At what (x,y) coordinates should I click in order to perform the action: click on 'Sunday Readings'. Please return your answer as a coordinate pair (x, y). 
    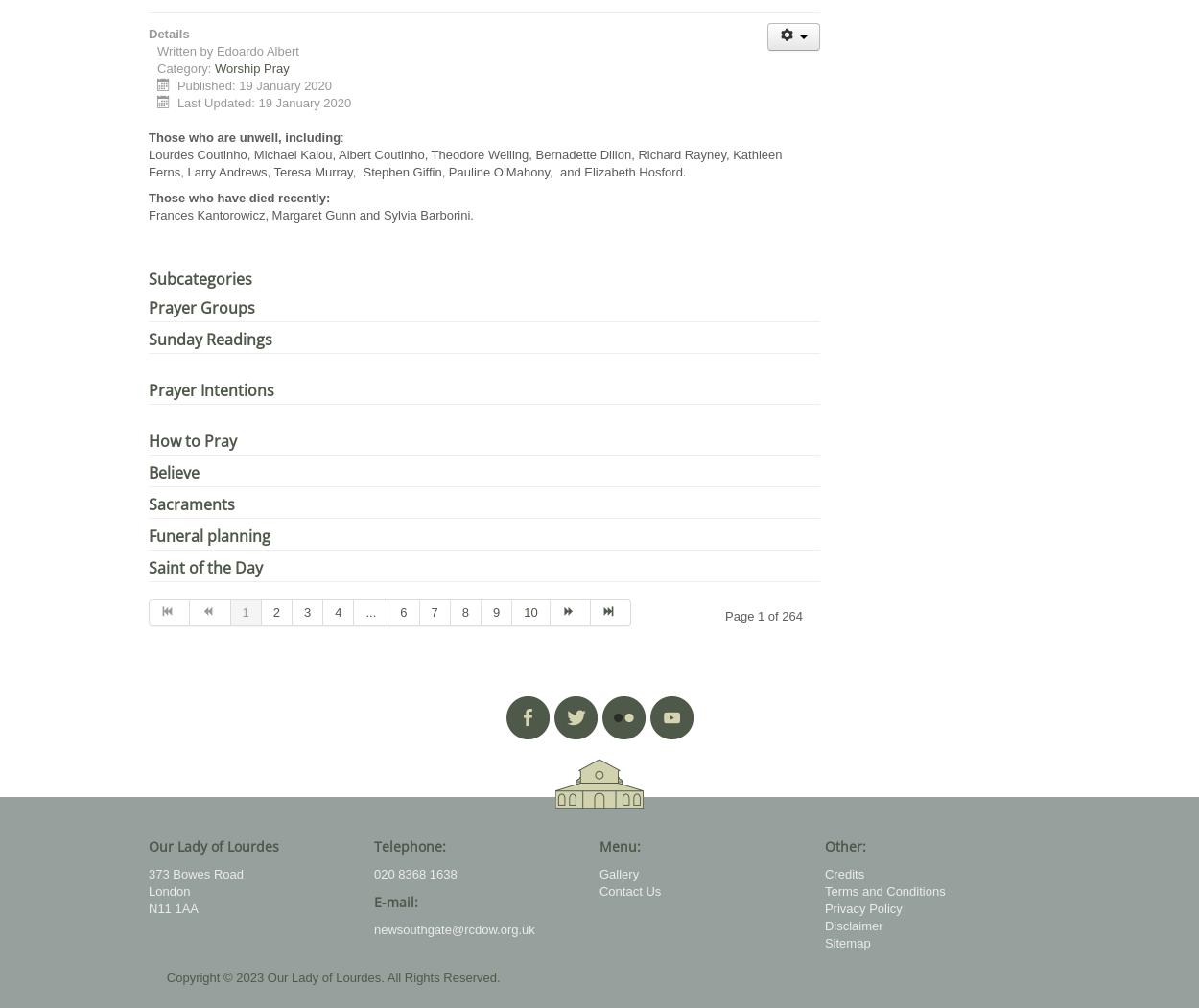
    Looking at the image, I should click on (209, 339).